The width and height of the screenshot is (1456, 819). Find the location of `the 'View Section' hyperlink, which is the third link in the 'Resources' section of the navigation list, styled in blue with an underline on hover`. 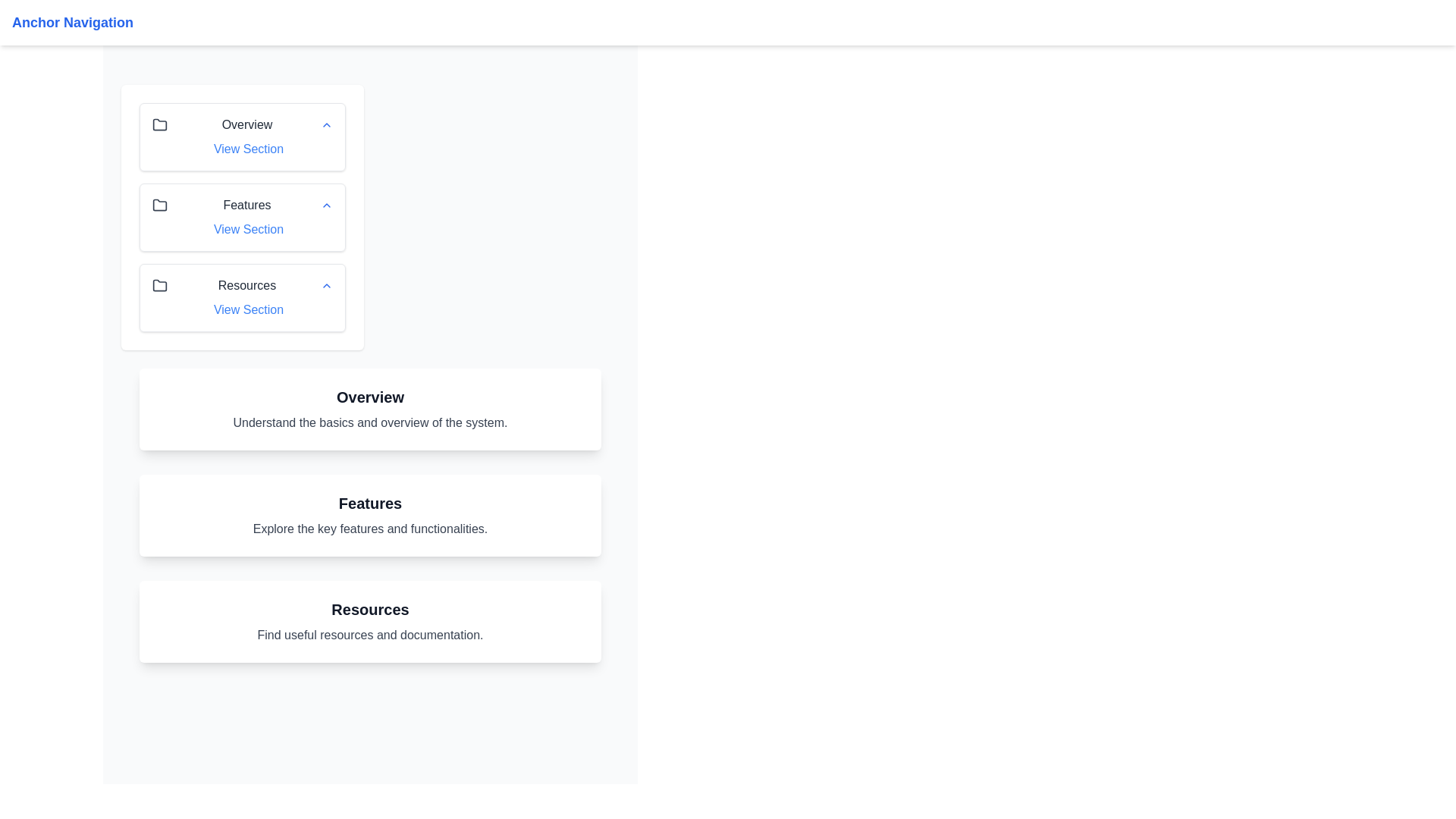

the 'View Section' hyperlink, which is the third link in the 'Resources' section of the navigation list, styled in blue with an underline on hover is located at coordinates (248, 309).